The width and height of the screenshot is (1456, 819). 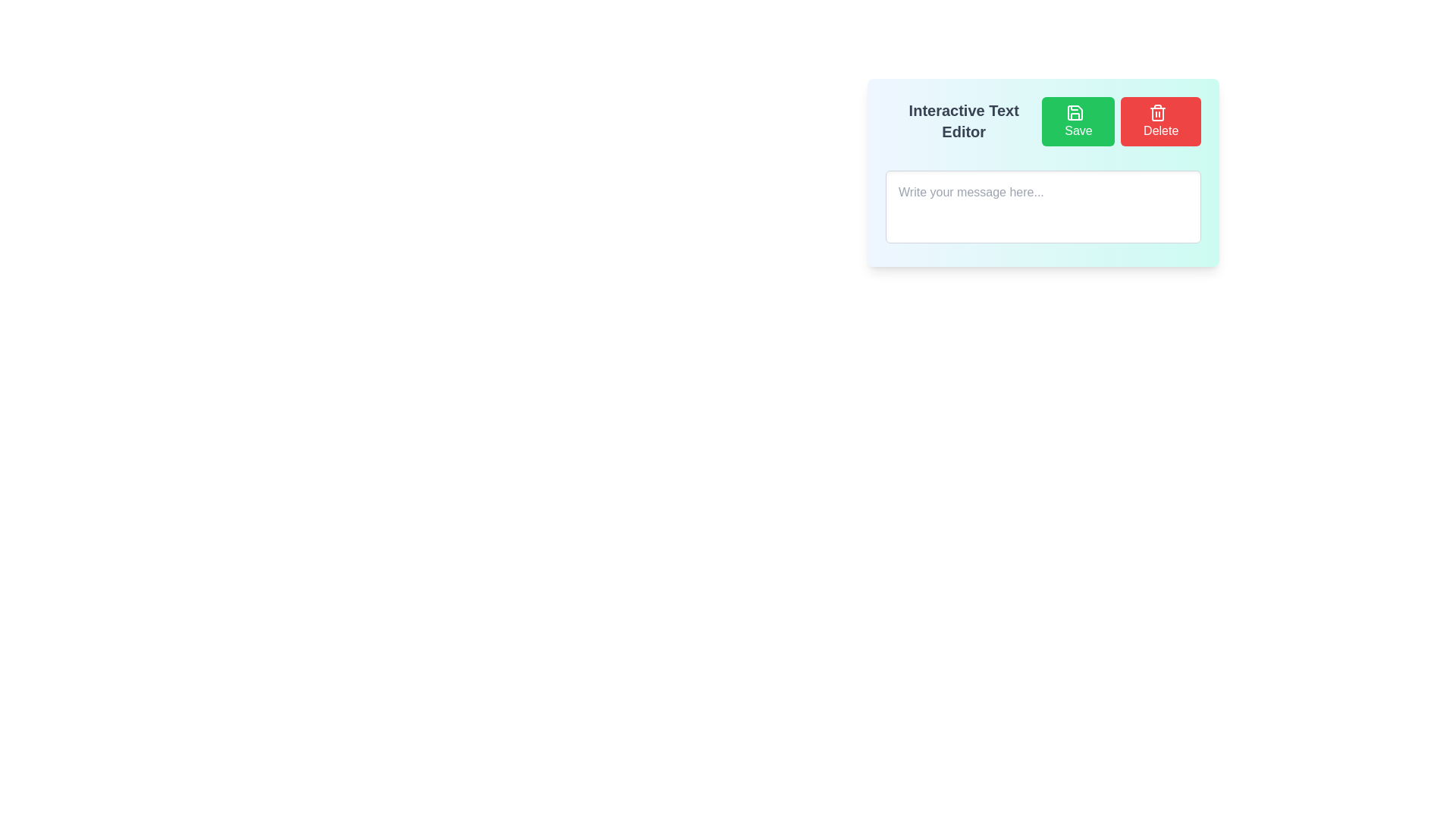 I want to click on the disk icon within the green 'Save' button located at the top-right corner of the rectangular user interface card, so click(x=1075, y=111).